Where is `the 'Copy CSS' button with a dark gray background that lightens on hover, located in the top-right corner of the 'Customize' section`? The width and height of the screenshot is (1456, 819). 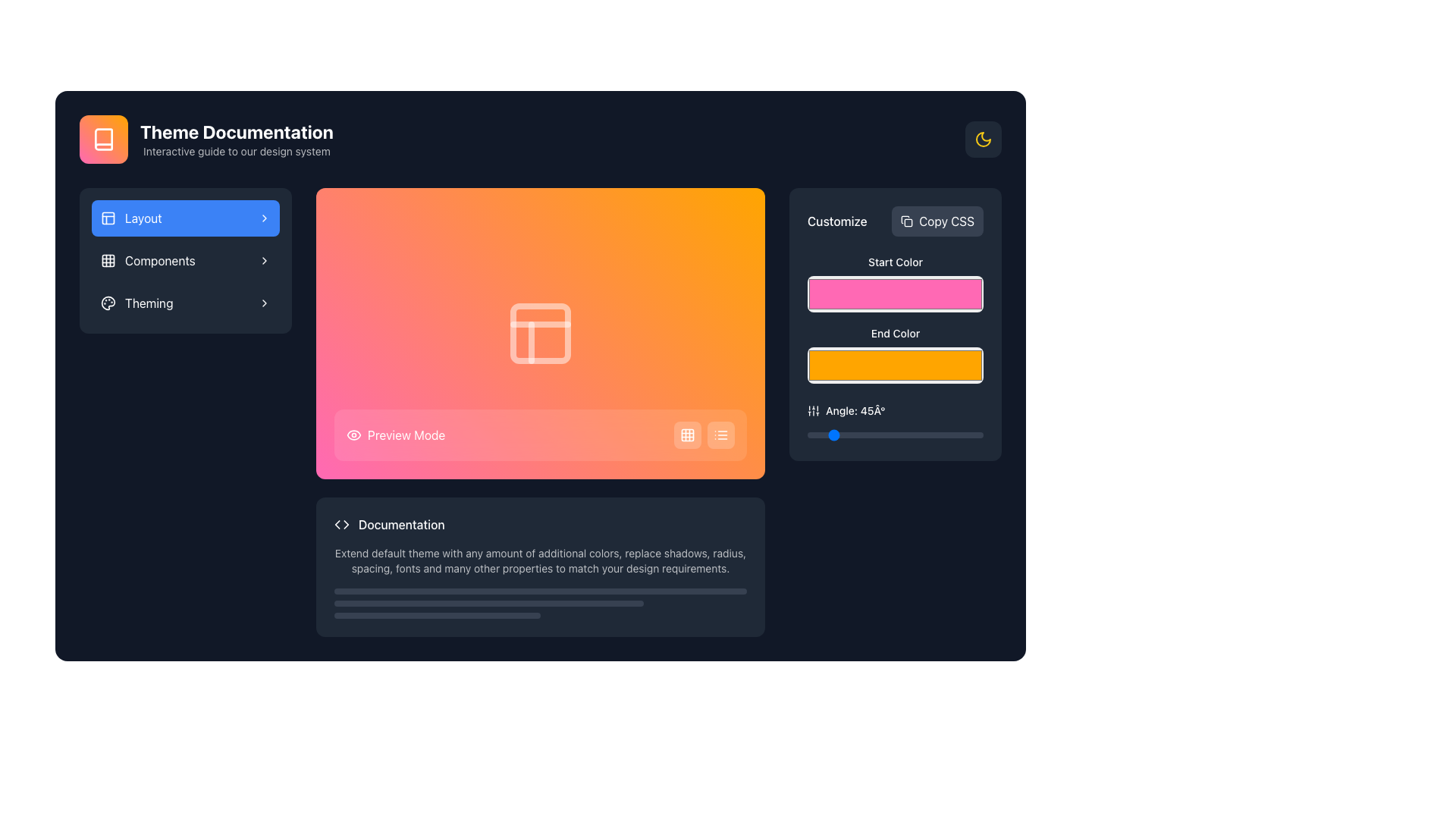
the 'Copy CSS' button with a dark gray background that lightens on hover, located in the top-right corner of the 'Customize' section is located at coordinates (937, 221).